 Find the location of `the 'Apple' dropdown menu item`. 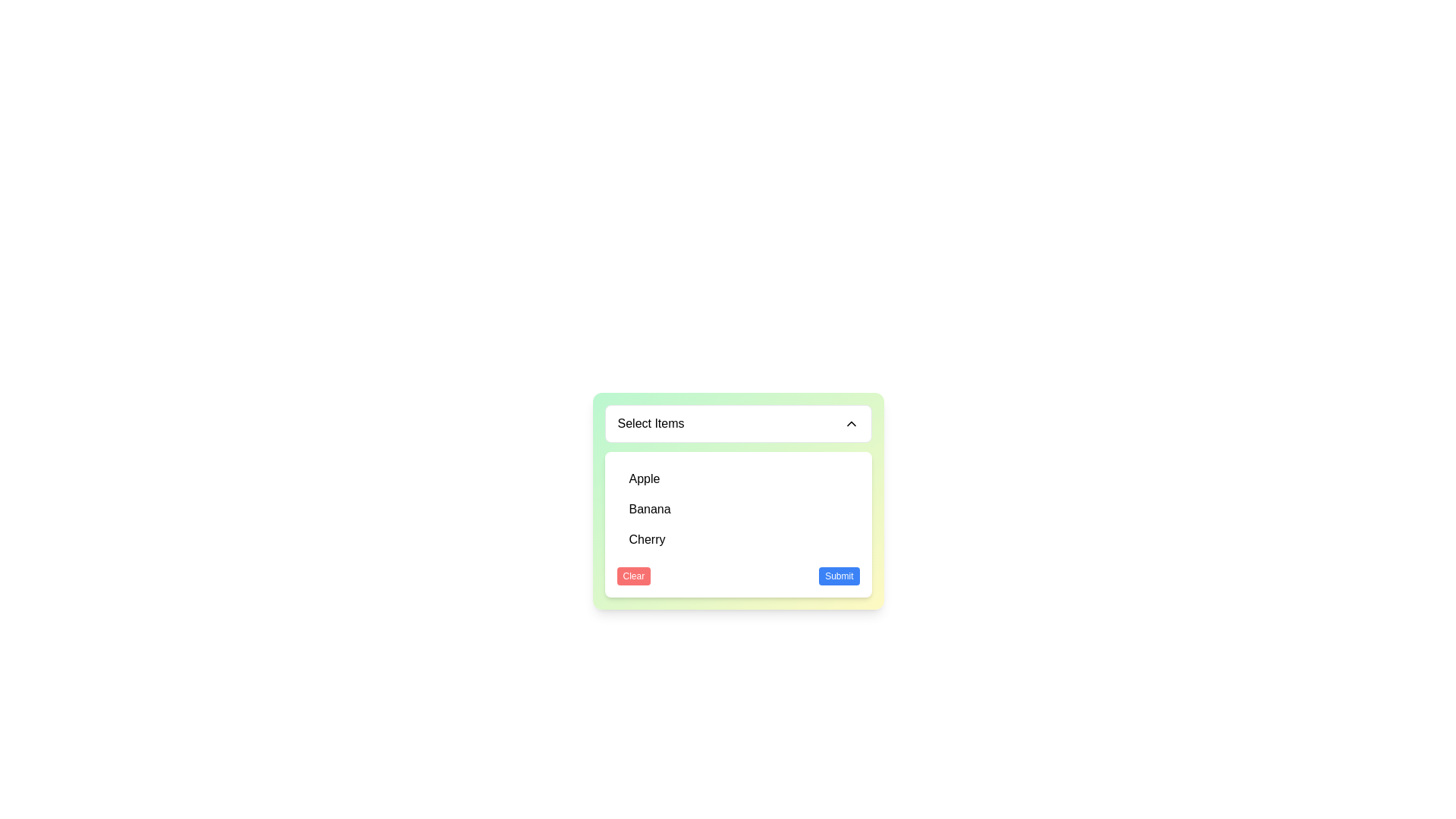

the 'Apple' dropdown menu item is located at coordinates (644, 479).